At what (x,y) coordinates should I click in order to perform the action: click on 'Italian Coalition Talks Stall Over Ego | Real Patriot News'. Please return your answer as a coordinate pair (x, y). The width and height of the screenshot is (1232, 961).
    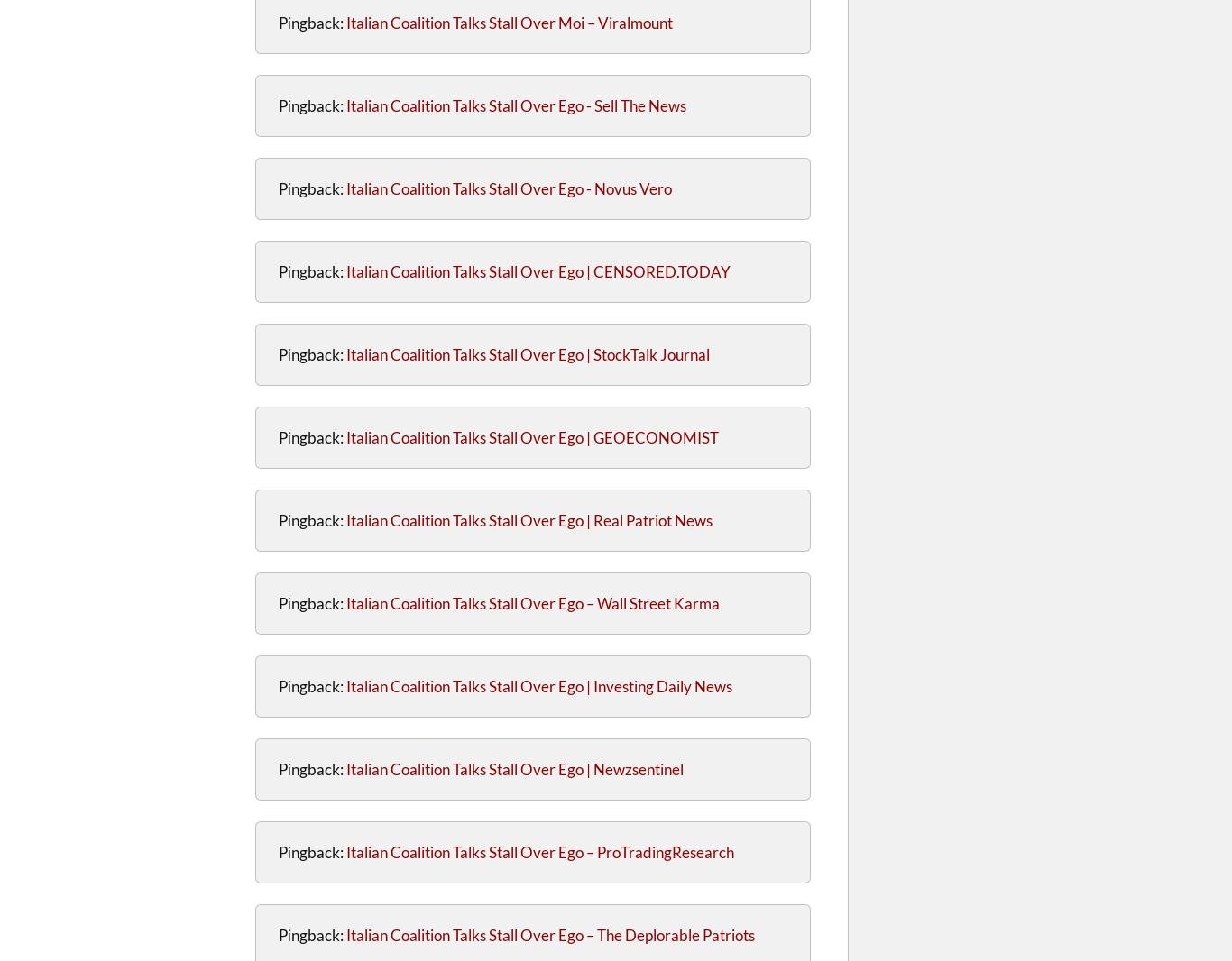
    Looking at the image, I should click on (345, 519).